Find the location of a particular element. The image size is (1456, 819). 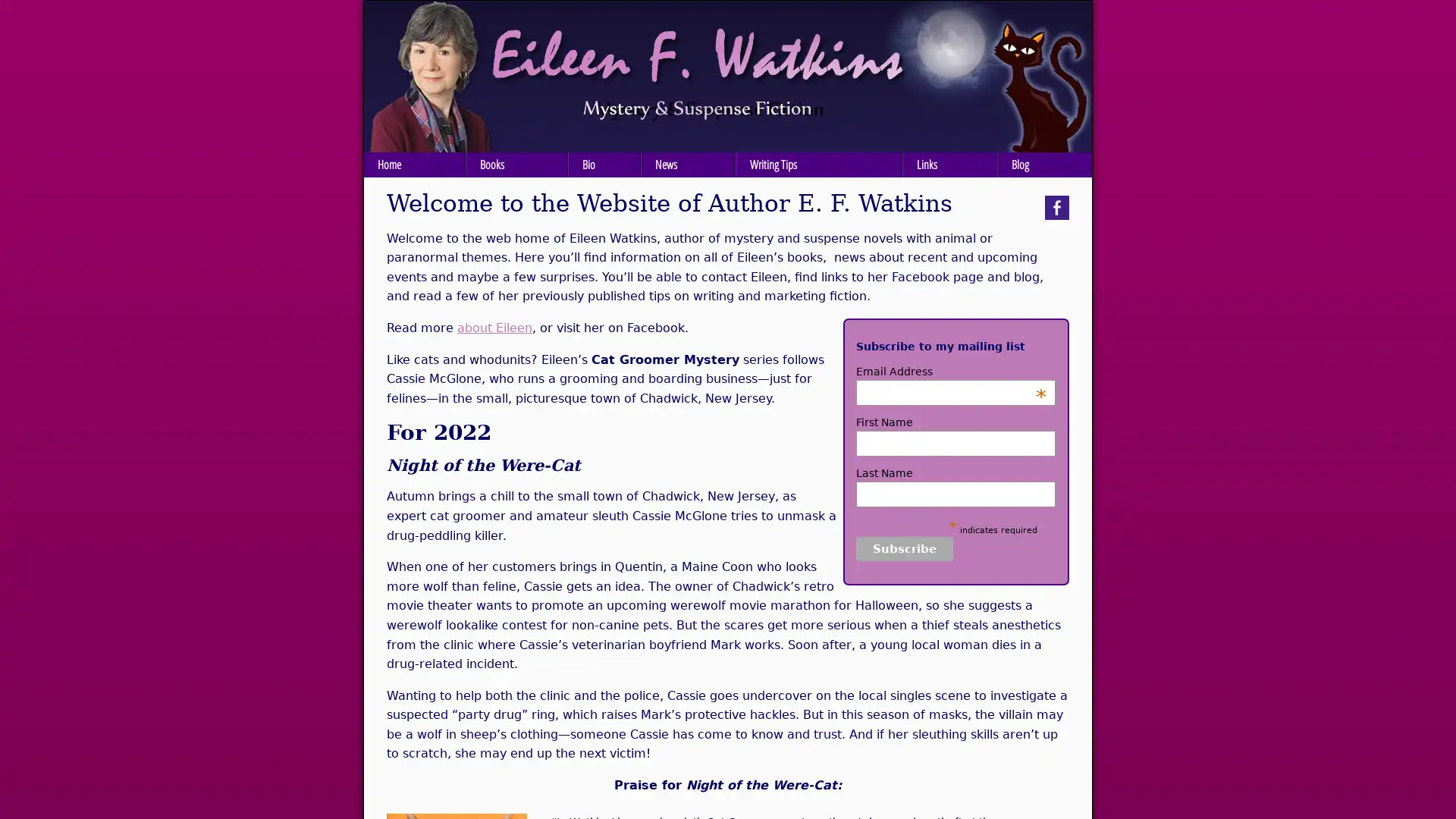

Subscribe is located at coordinates (905, 548).